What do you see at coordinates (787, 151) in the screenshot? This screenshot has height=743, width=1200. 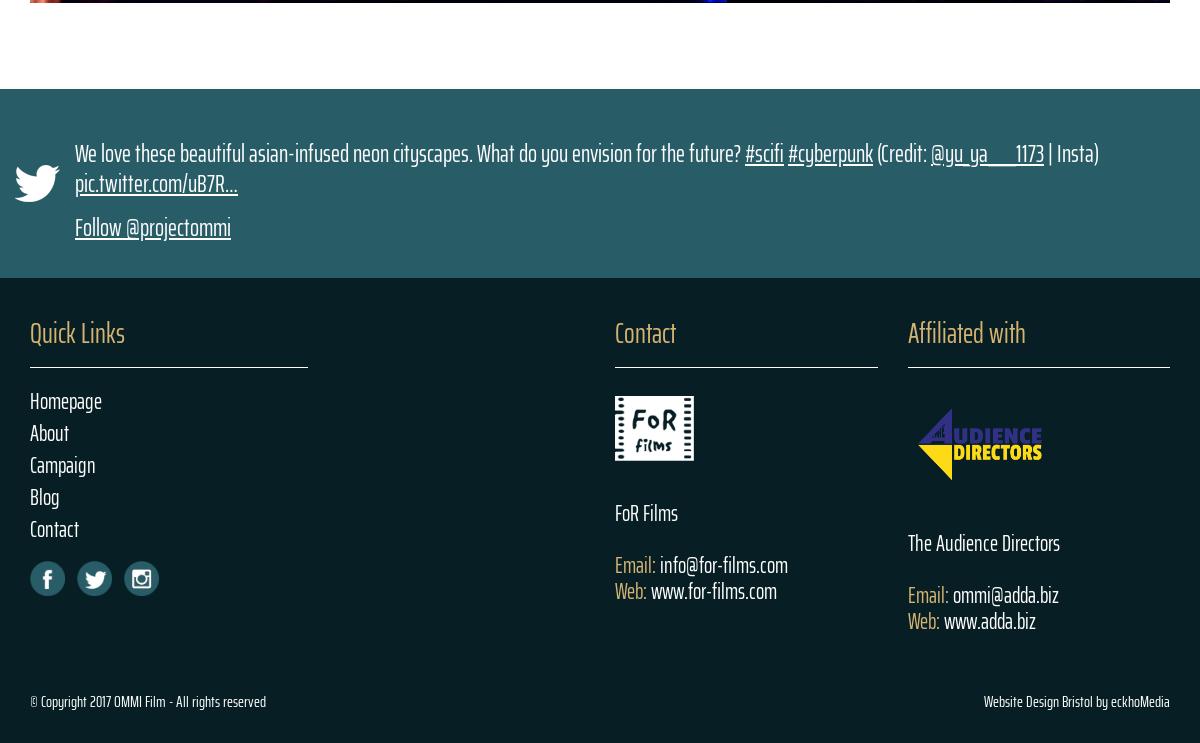 I see `'#cyberpunk'` at bounding box center [787, 151].